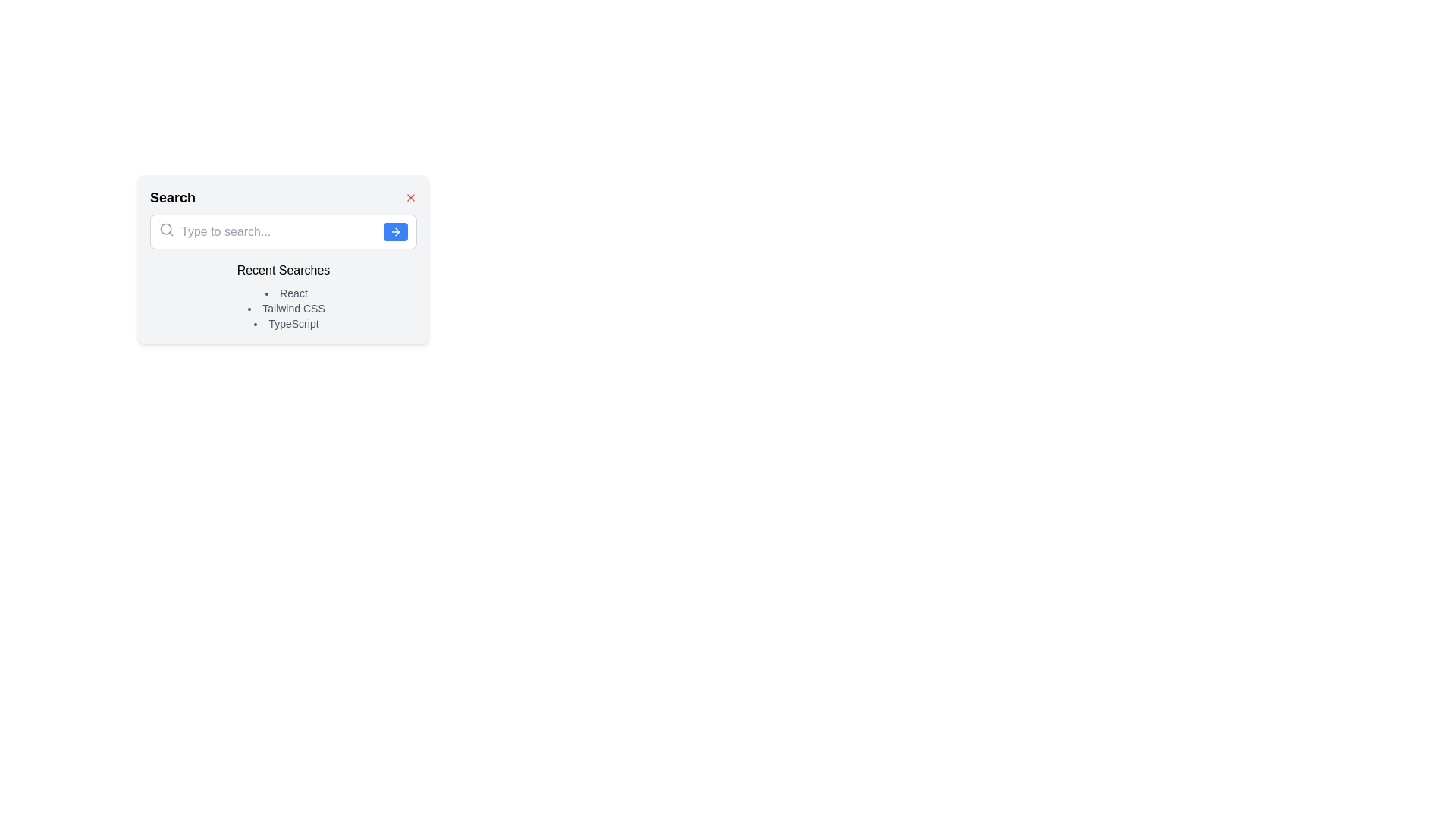 The width and height of the screenshot is (1456, 819). What do you see at coordinates (284, 270) in the screenshot?
I see `the 'Recent Searches' text label, which is a bold medium-sized font positioned above a bulleted list and below a search bar` at bounding box center [284, 270].